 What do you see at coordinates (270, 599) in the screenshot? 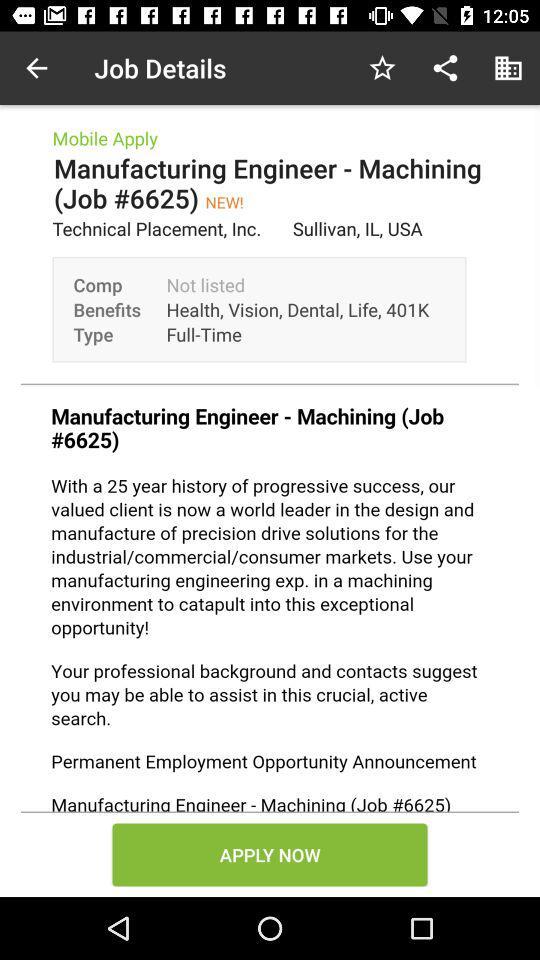
I see `job details` at bounding box center [270, 599].